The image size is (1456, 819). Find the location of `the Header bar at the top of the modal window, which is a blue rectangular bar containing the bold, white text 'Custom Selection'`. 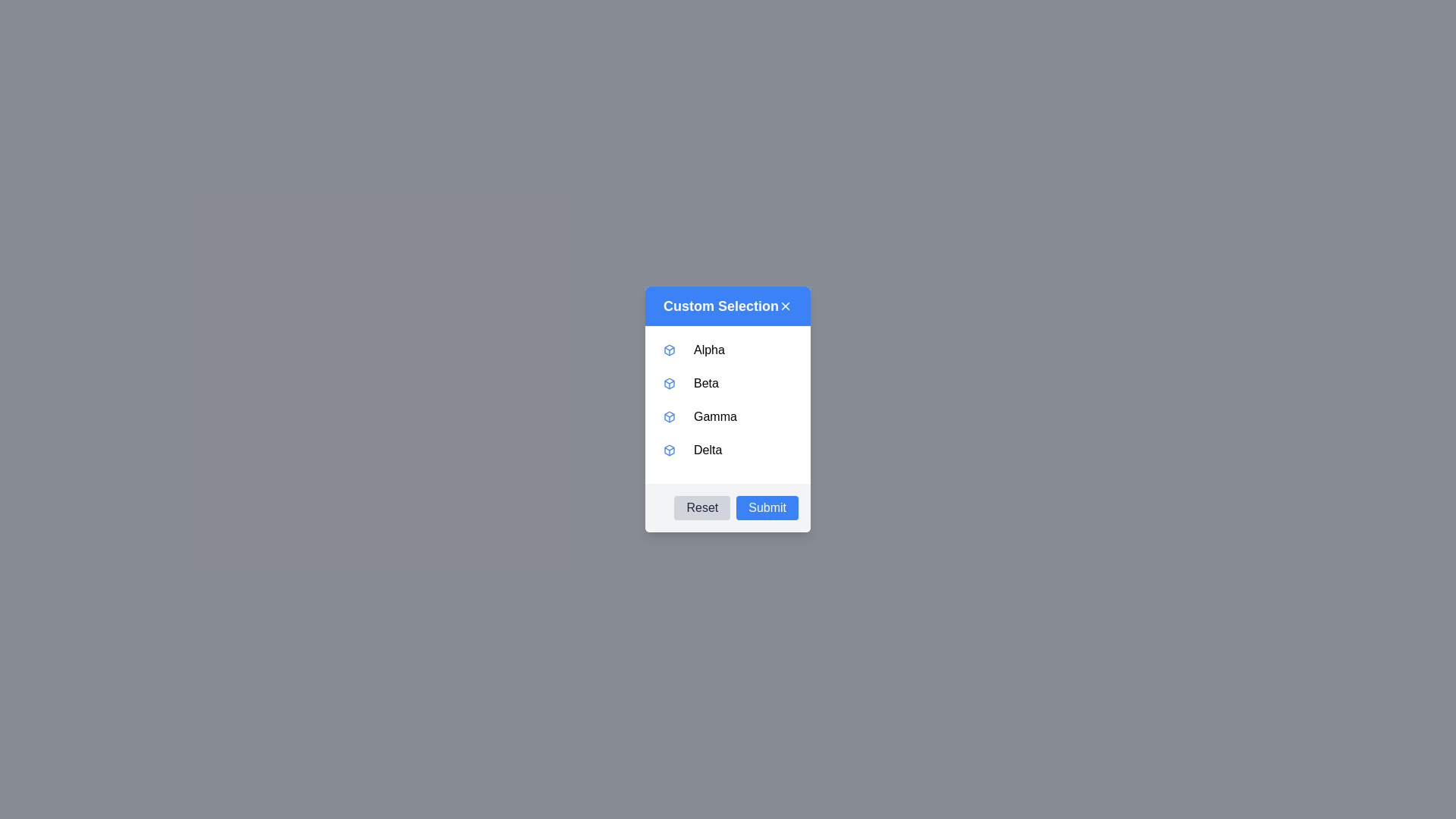

the Header bar at the top of the modal window, which is a blue rectangular bar containing the bold, white text 'Custom Selection' is located at coordinates (728, 306).